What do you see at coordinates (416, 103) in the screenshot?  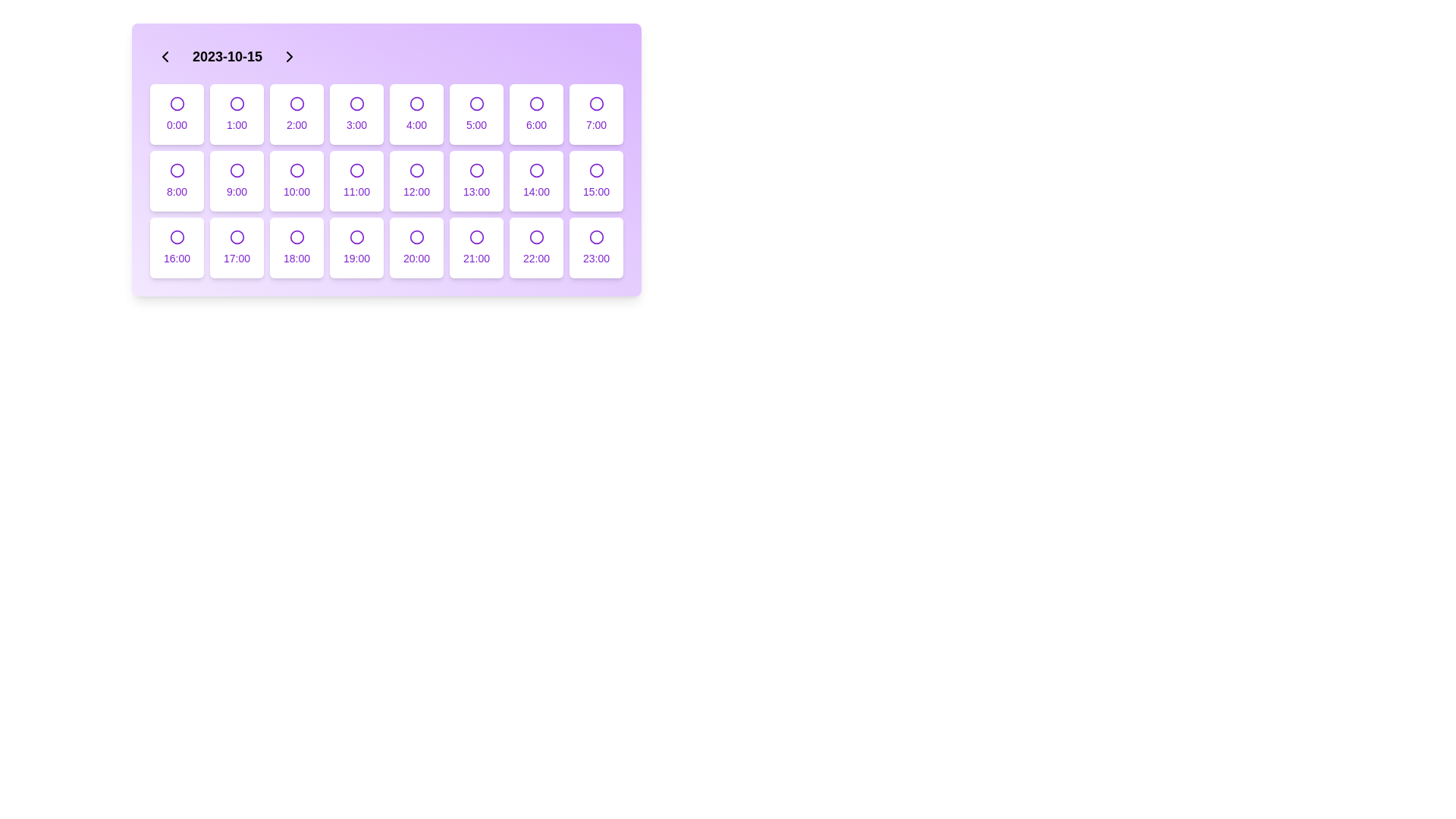 I see `the circular SVG element with a purple stroke, which is nested within a button displaying the text '4:00'` at bounding box center [416, 103].